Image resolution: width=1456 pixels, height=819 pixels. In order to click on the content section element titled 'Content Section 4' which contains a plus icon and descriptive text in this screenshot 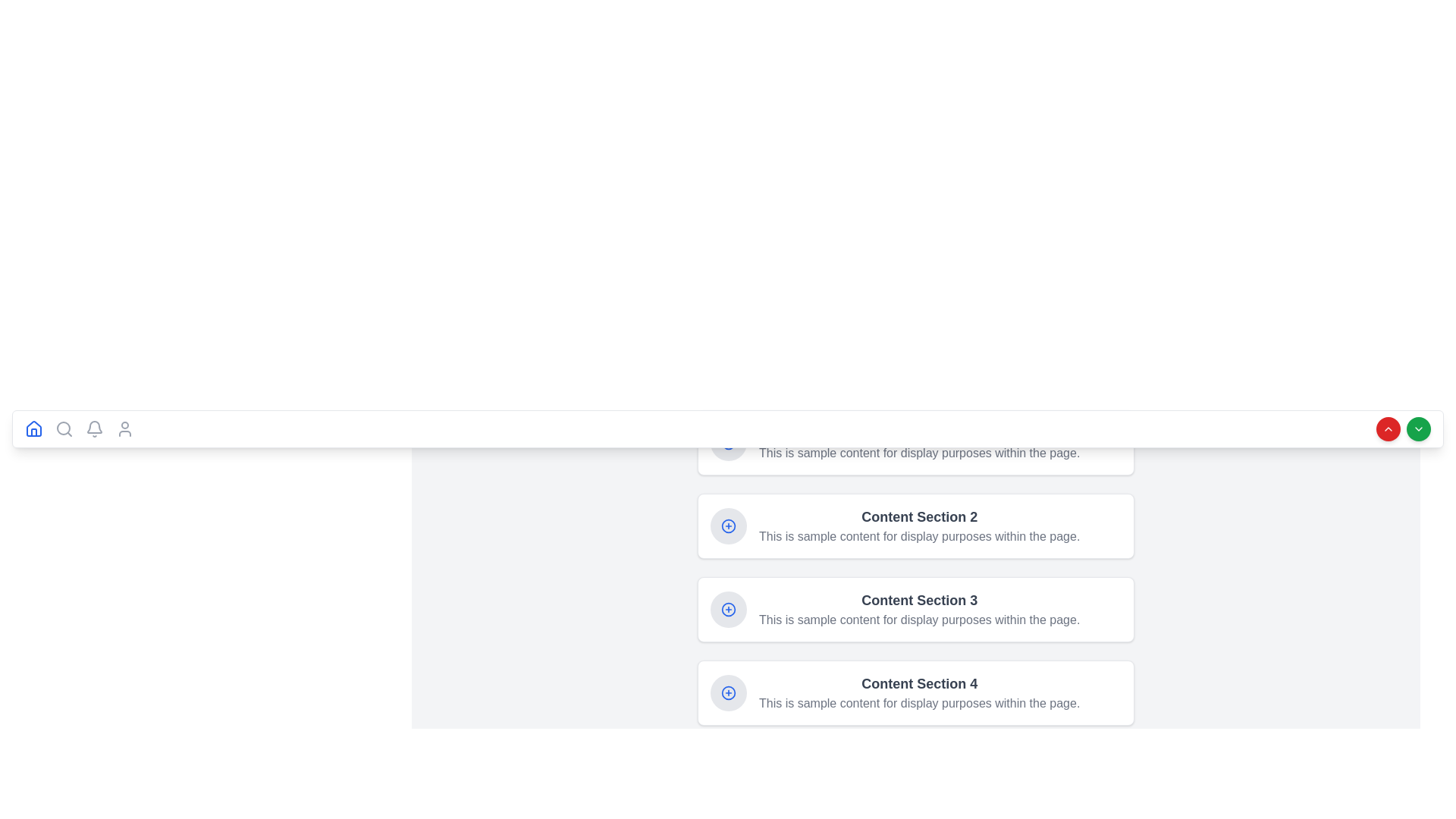, I will do `click(915, 693)`.